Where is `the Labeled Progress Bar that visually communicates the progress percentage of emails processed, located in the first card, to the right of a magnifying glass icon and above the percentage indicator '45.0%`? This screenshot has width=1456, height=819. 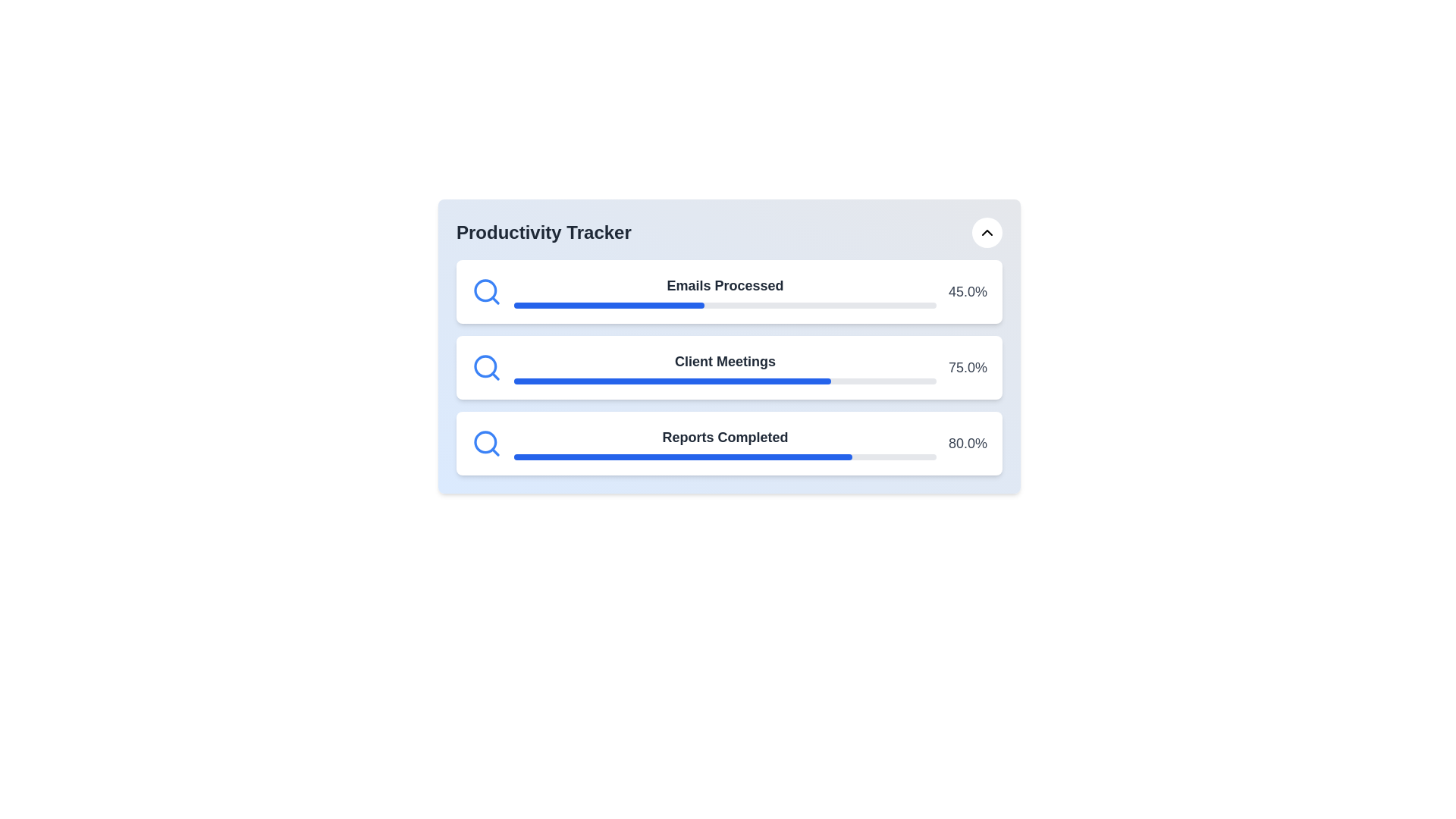
the Labeled Progress Bar that visually communicates the progress percentage of emails processed, located in the first card, to the right of a magnifying glass icon and above the percentage indicator '45.0% is located at coordinates (724, 292).